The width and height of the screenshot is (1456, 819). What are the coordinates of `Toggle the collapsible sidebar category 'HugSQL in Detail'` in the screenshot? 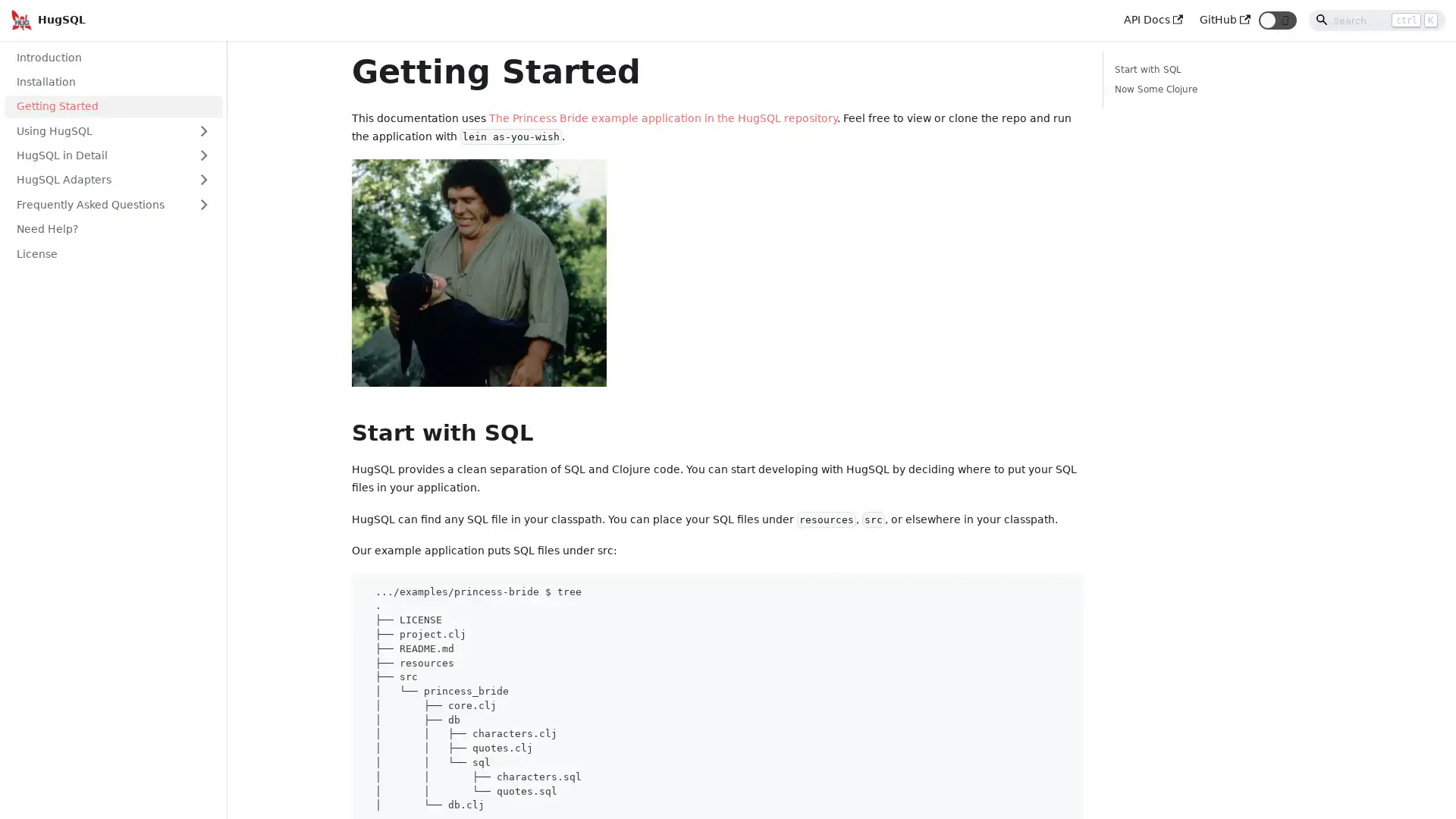 It's located at (202, 155).